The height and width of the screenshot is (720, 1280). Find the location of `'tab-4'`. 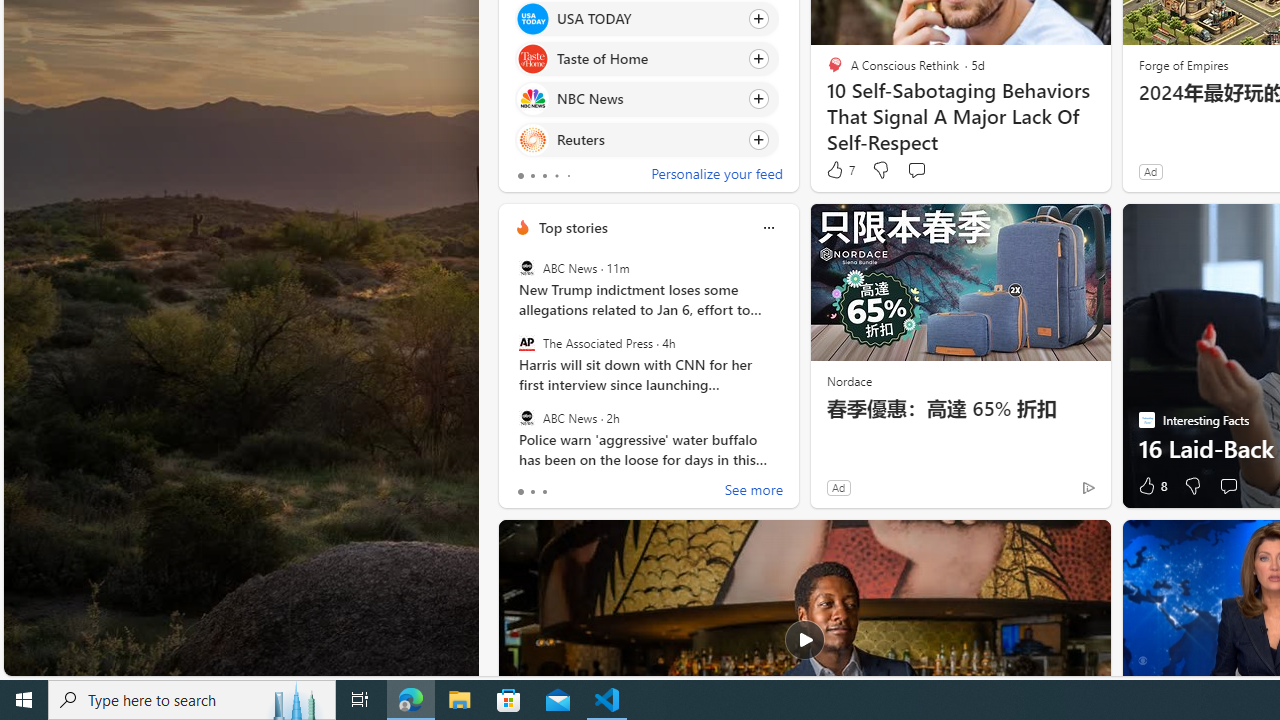

'tab-4' is located at coordinates (567, 175).